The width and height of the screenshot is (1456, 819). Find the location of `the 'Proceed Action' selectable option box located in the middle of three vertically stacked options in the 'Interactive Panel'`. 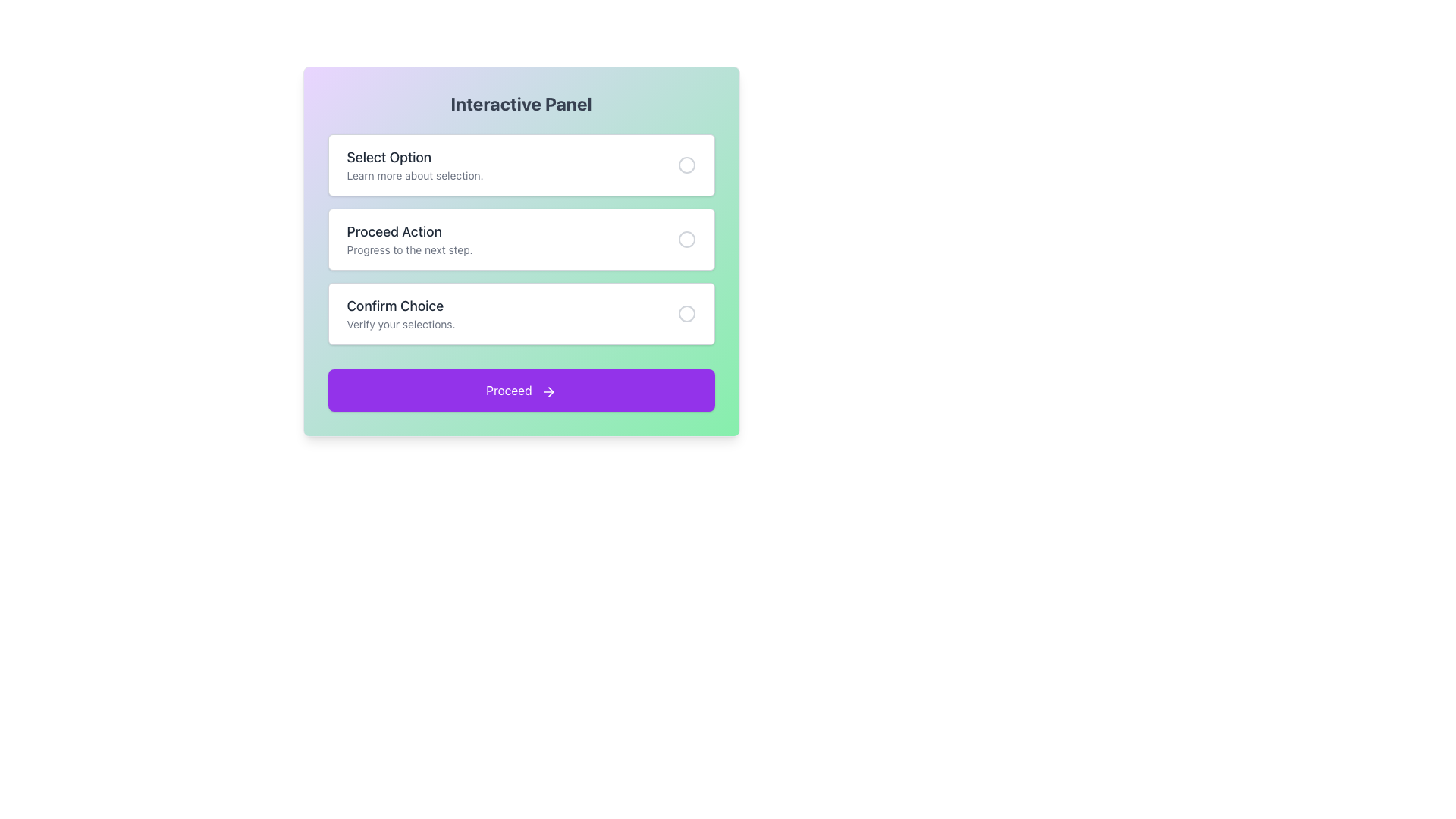

the 'Proceed Action' selectable option box located in the middle of three vertically stacked options in the 'Interactive Panel' is located at coordinates (521, 239).